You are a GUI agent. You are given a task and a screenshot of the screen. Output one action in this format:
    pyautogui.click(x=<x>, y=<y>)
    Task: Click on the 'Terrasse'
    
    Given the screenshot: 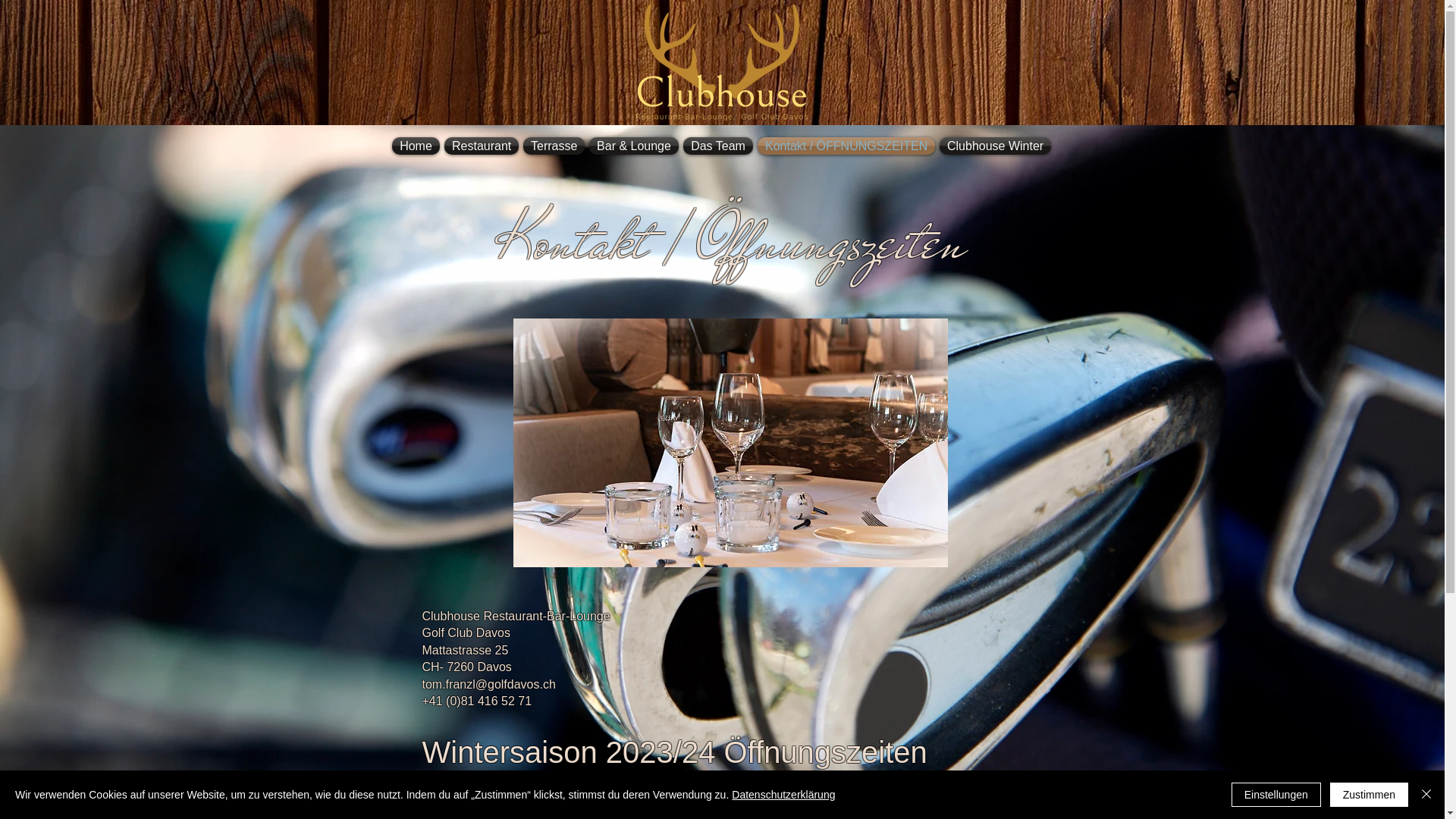 What is the action you would take?
    pyautogui.click(x=553, y=146)
    